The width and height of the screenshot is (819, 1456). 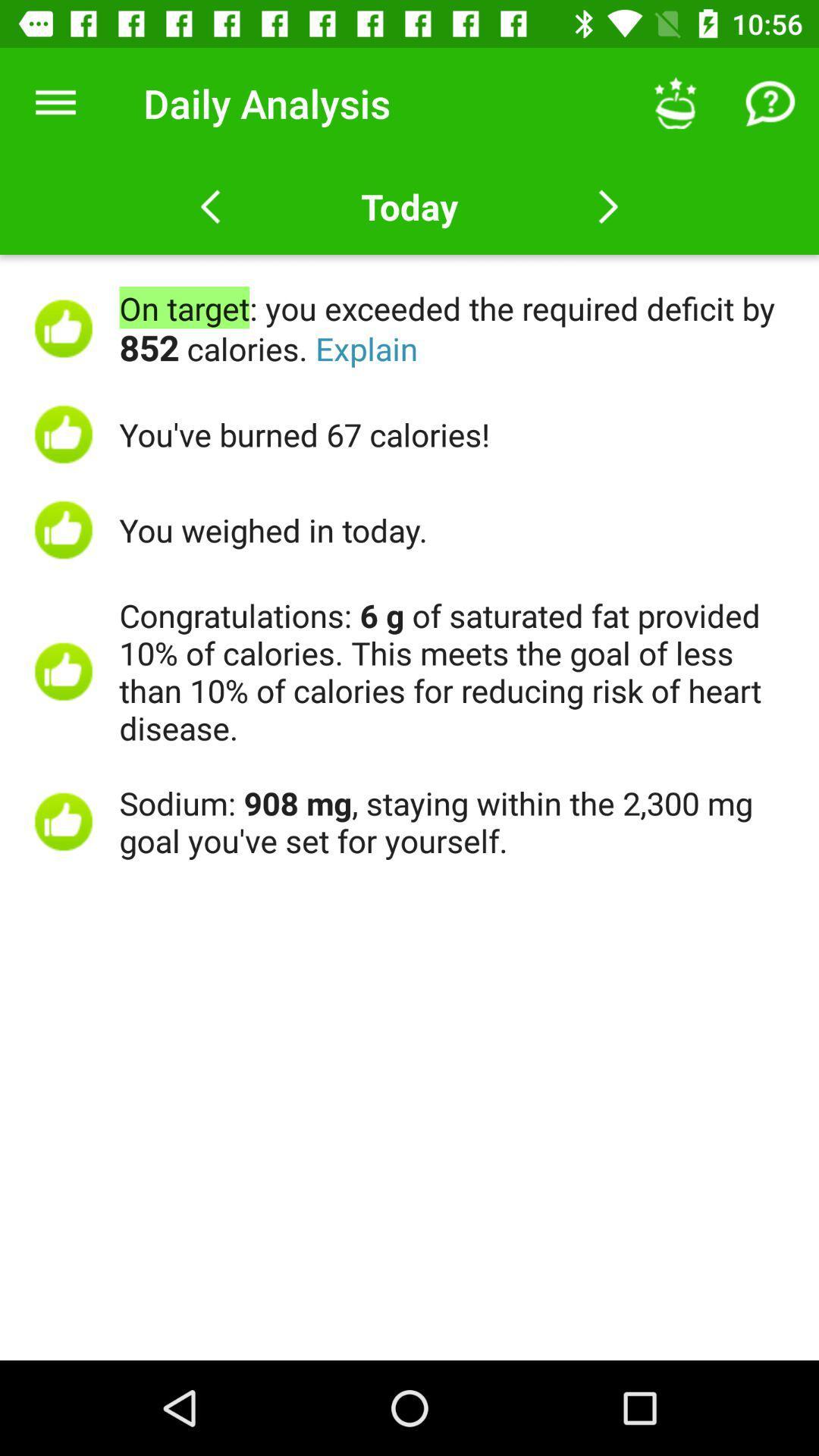 I want to click on icon next to today item, so click(x=675, y=102).